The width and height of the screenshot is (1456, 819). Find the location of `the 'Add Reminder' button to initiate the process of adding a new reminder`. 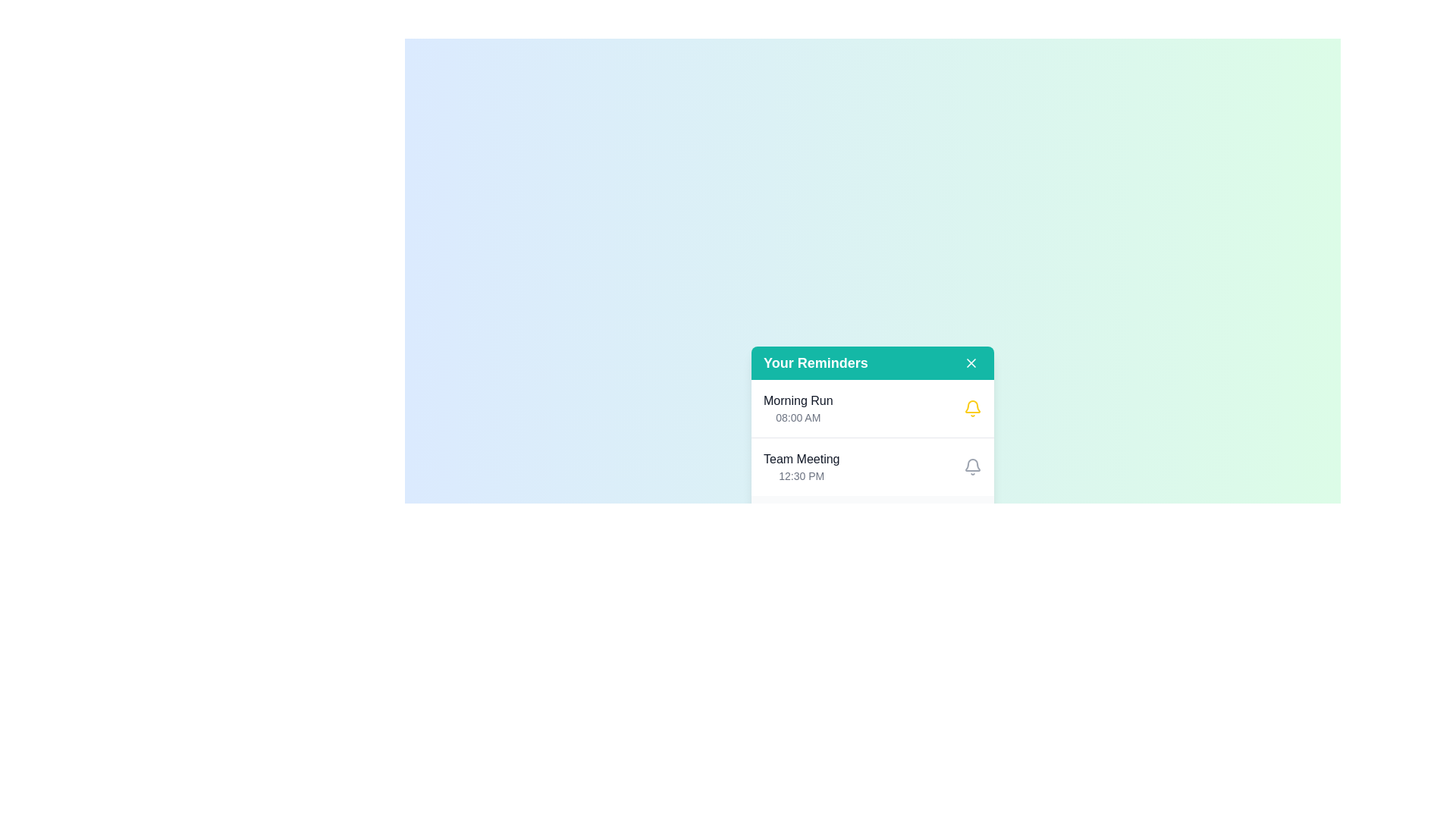

the 'Add Reminder' button to initiate the process of adding a new reminder is located at coordinates (930, 522).